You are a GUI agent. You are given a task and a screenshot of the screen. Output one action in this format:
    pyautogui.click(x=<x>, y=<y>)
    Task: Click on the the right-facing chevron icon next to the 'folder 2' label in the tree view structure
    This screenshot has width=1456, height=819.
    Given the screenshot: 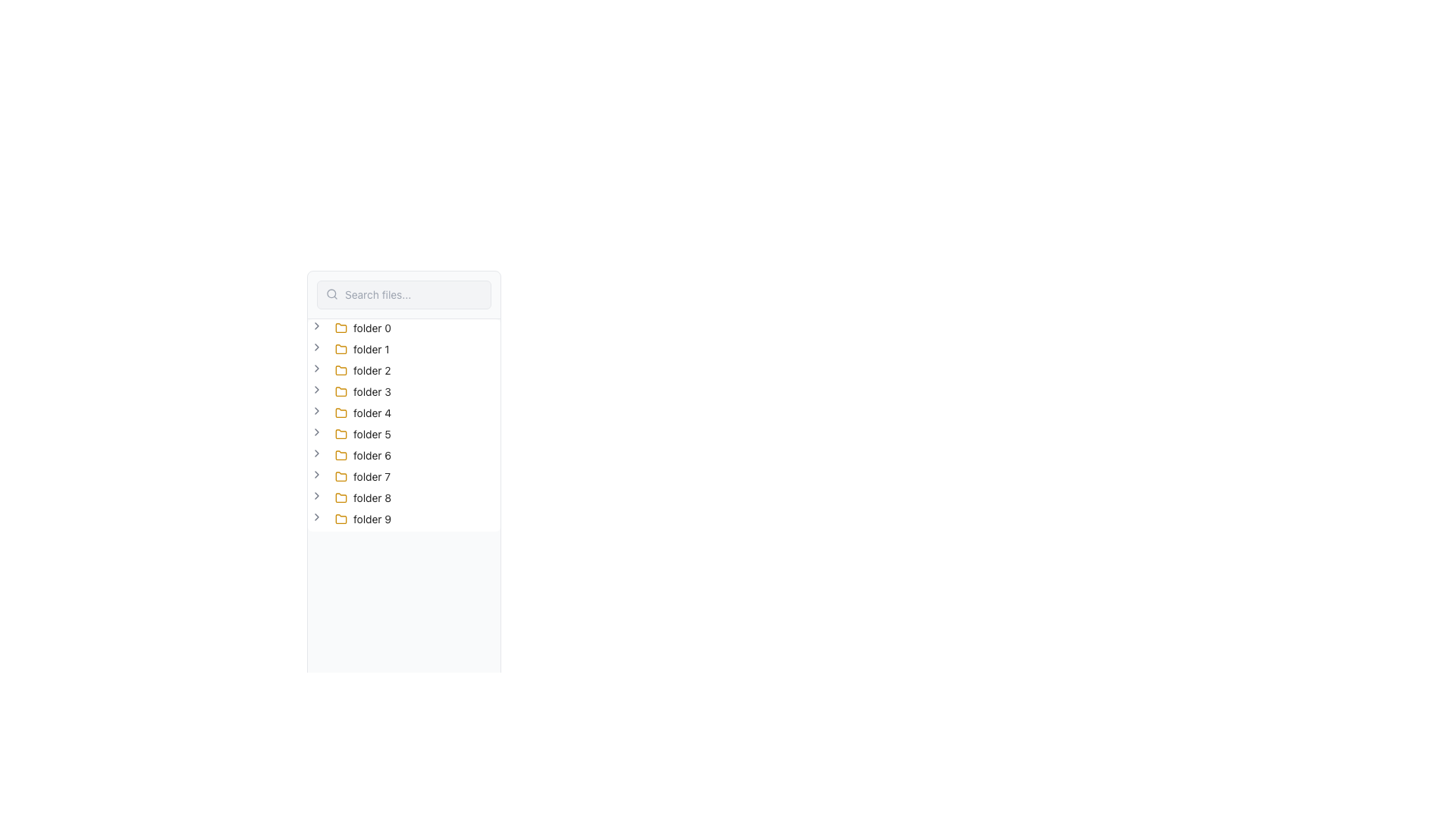 What is the action you would take?
    pyautogui.click(x=315, y=369)
    